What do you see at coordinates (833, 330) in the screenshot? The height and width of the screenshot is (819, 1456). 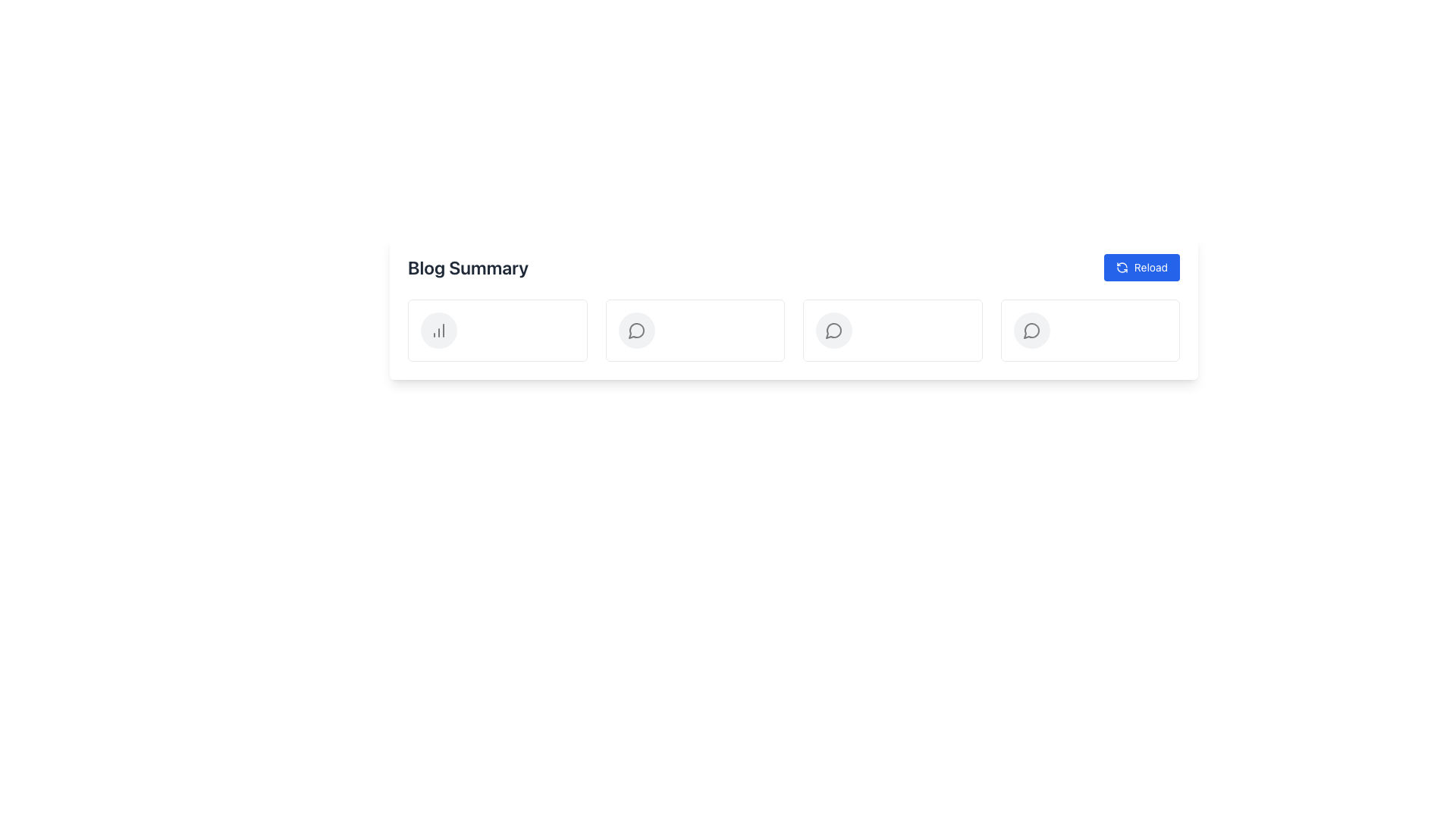 I see `the decorative icon located in the fourth box below the 'Blog Summary' title, which emphasizes chat or messaging functionality` at bounding box center [833, 330].